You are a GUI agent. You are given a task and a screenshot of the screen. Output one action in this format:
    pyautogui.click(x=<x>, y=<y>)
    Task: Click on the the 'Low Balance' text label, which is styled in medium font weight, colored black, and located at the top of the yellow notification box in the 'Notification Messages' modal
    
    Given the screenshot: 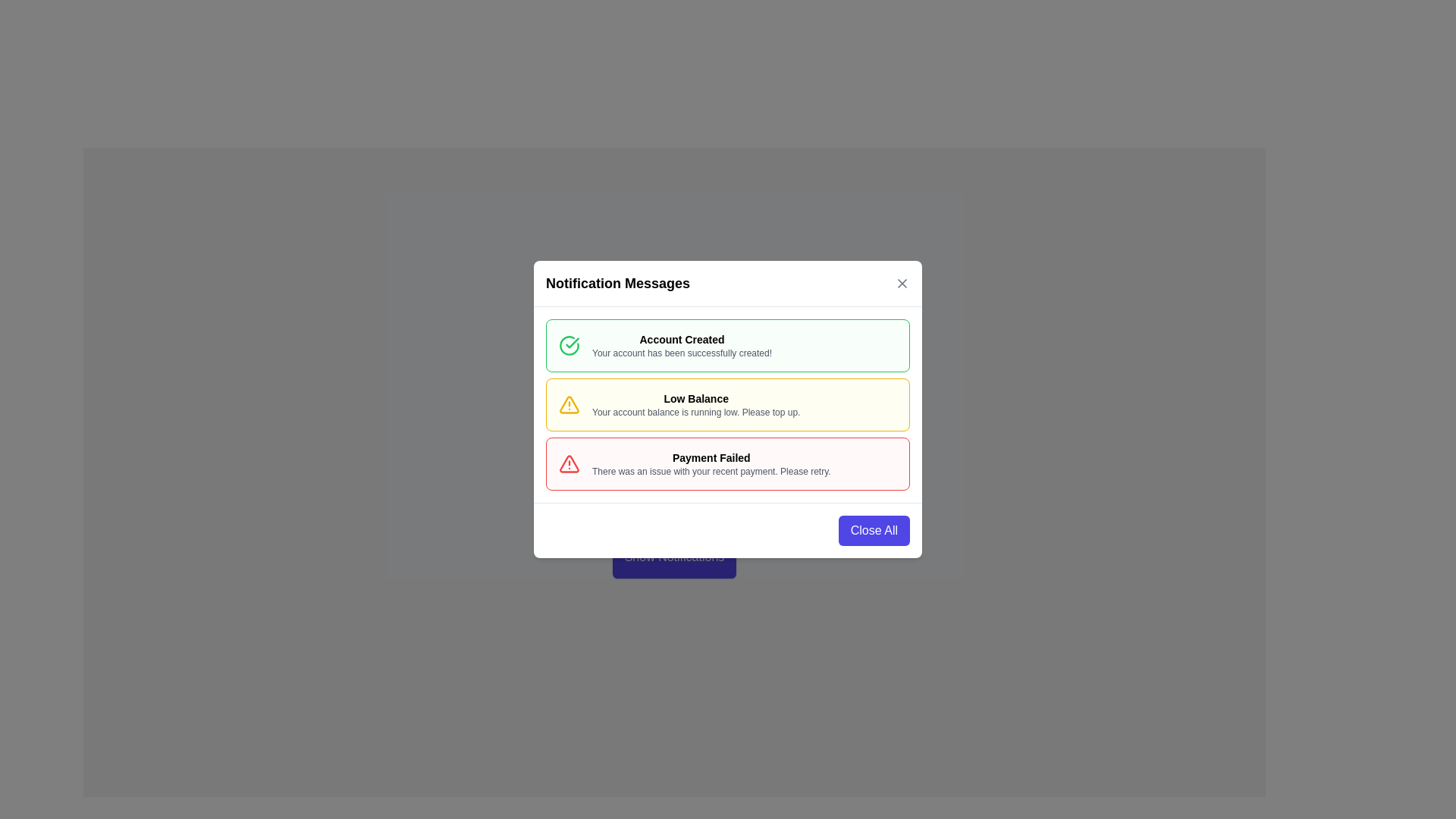 What is the action you would take?
    pyautogui.click(x=695, y=397)
    